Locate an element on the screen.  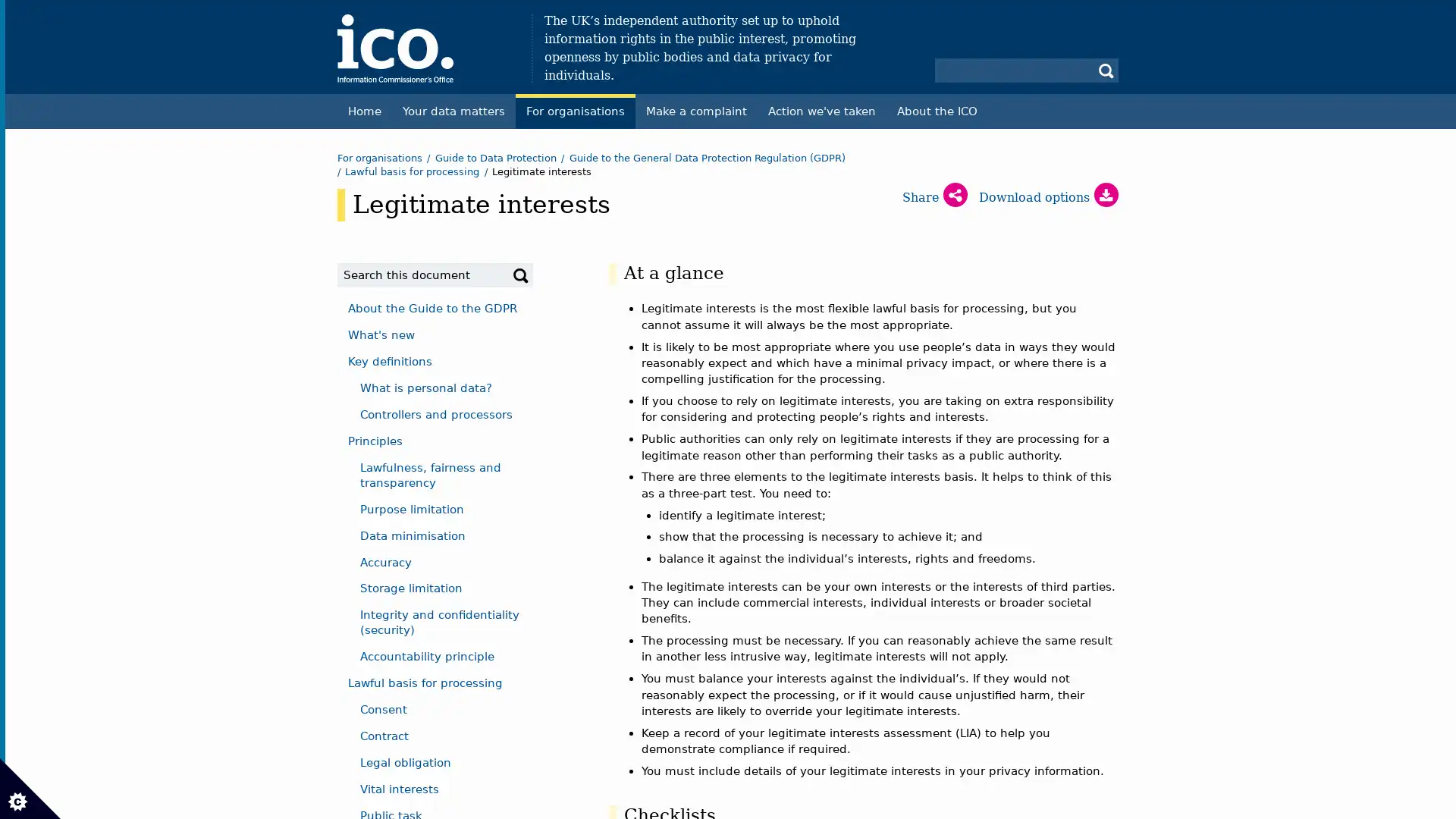
Save and close is located at coordinates (79, 574).